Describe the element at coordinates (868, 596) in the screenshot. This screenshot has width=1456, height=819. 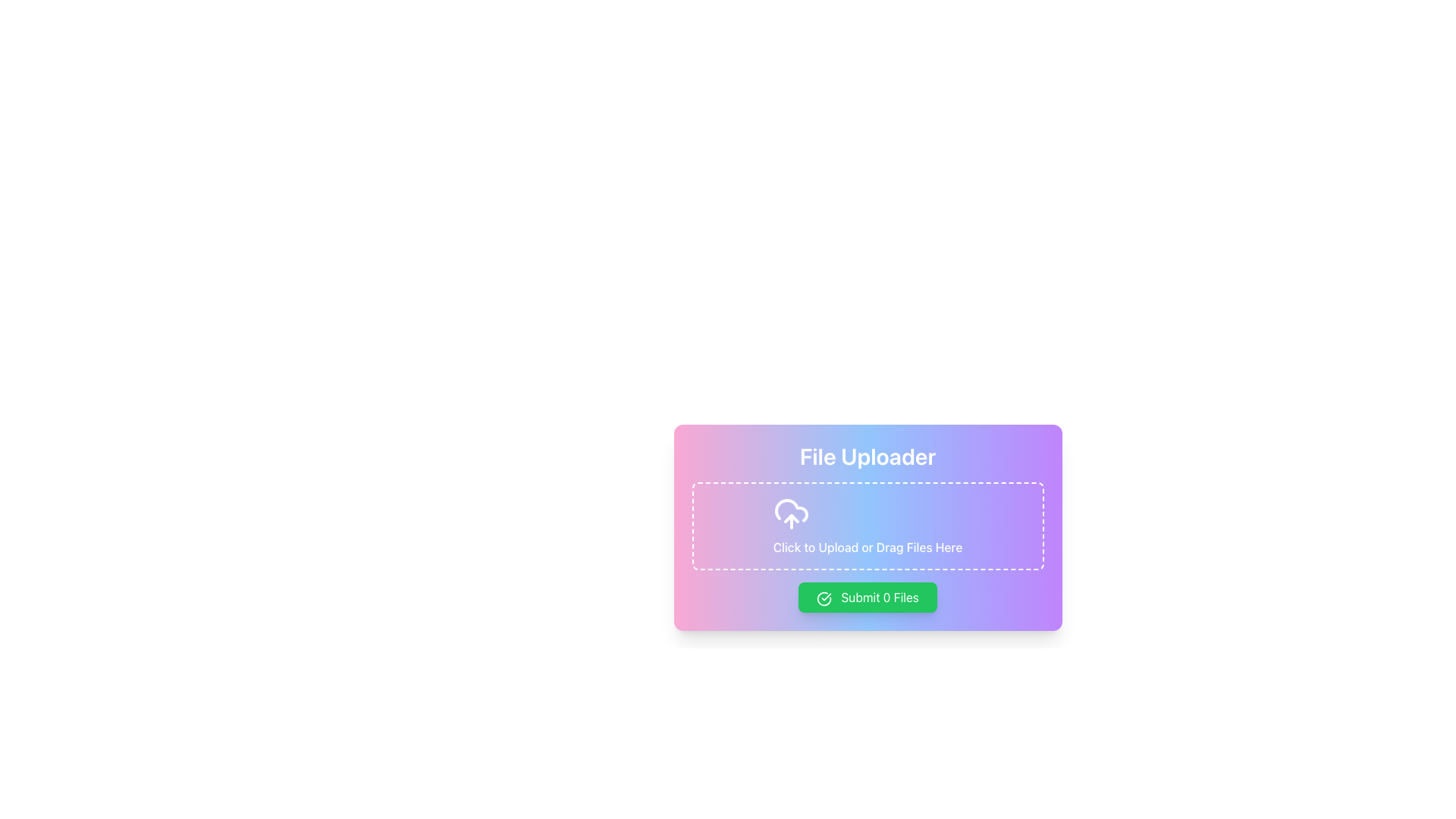
I see `the submit button located in the 'File Uploader' section below the dashed box for file upload` at that location.